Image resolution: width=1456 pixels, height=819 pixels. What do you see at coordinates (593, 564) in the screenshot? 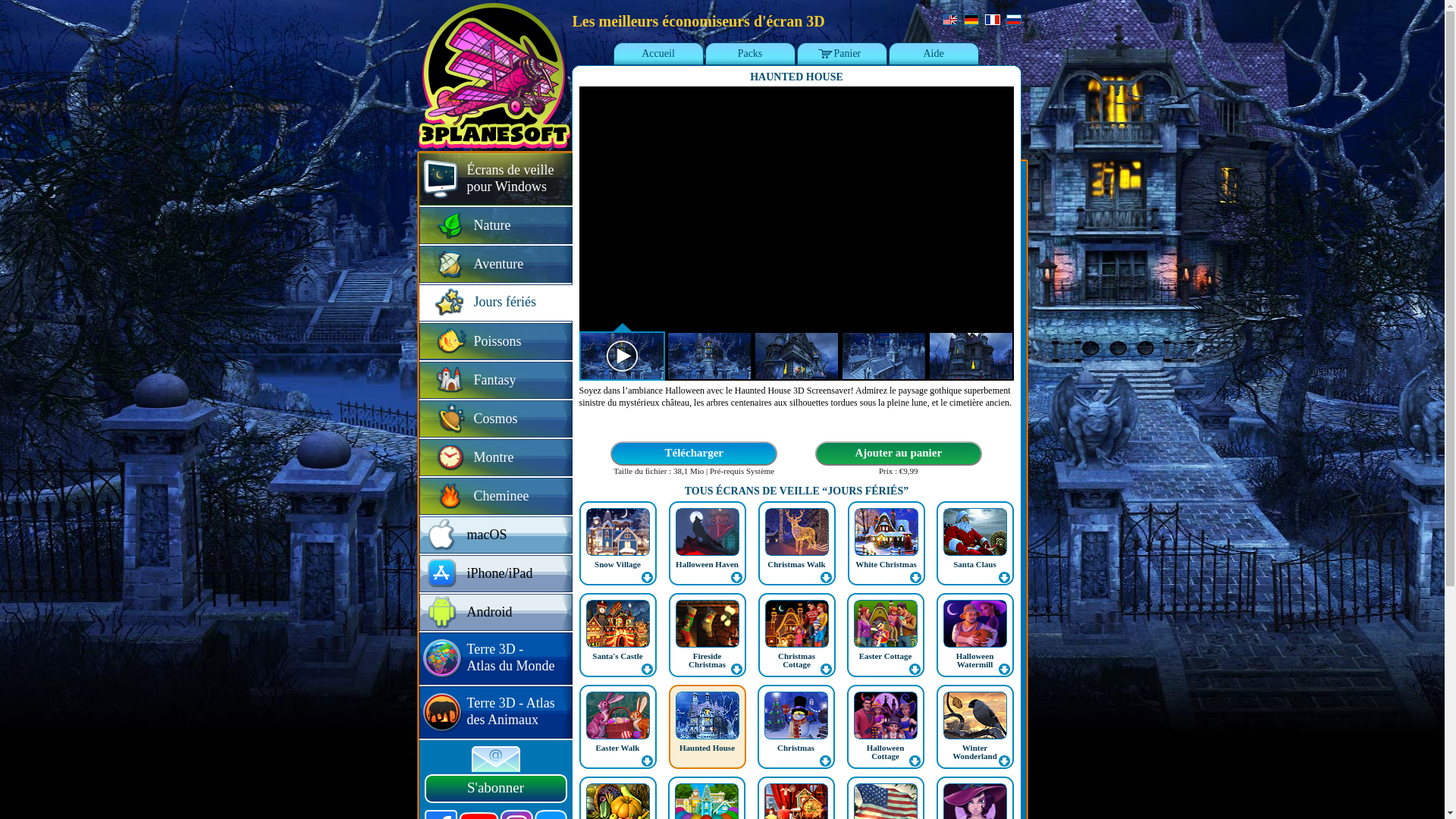
I see `'Snow Village'` at bounding box center [593, 564].